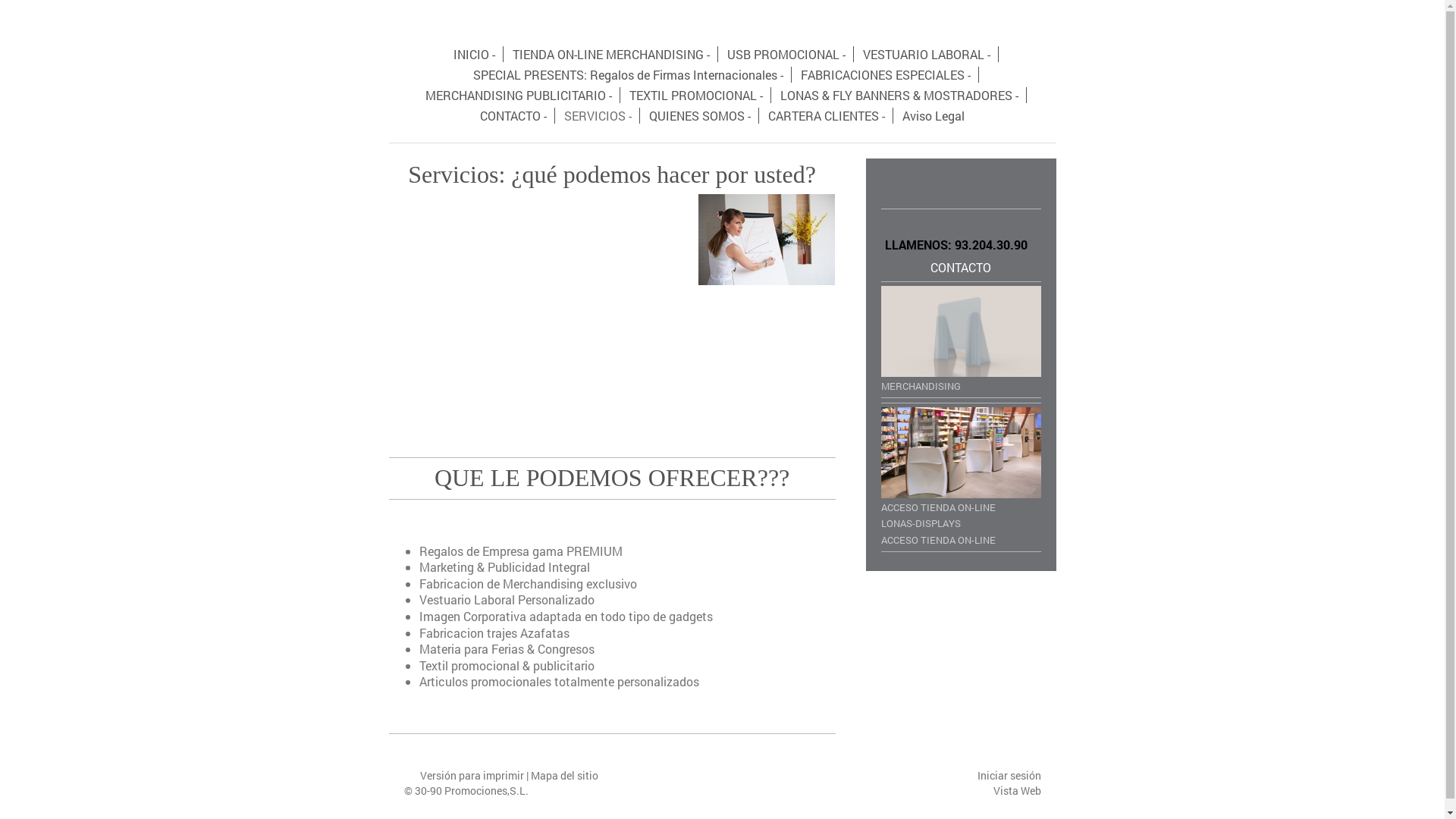  What do you see at coordinates (1017, 789) in the screenshot?
I see `'Vista Web'` at bounding box center [1017, 789].